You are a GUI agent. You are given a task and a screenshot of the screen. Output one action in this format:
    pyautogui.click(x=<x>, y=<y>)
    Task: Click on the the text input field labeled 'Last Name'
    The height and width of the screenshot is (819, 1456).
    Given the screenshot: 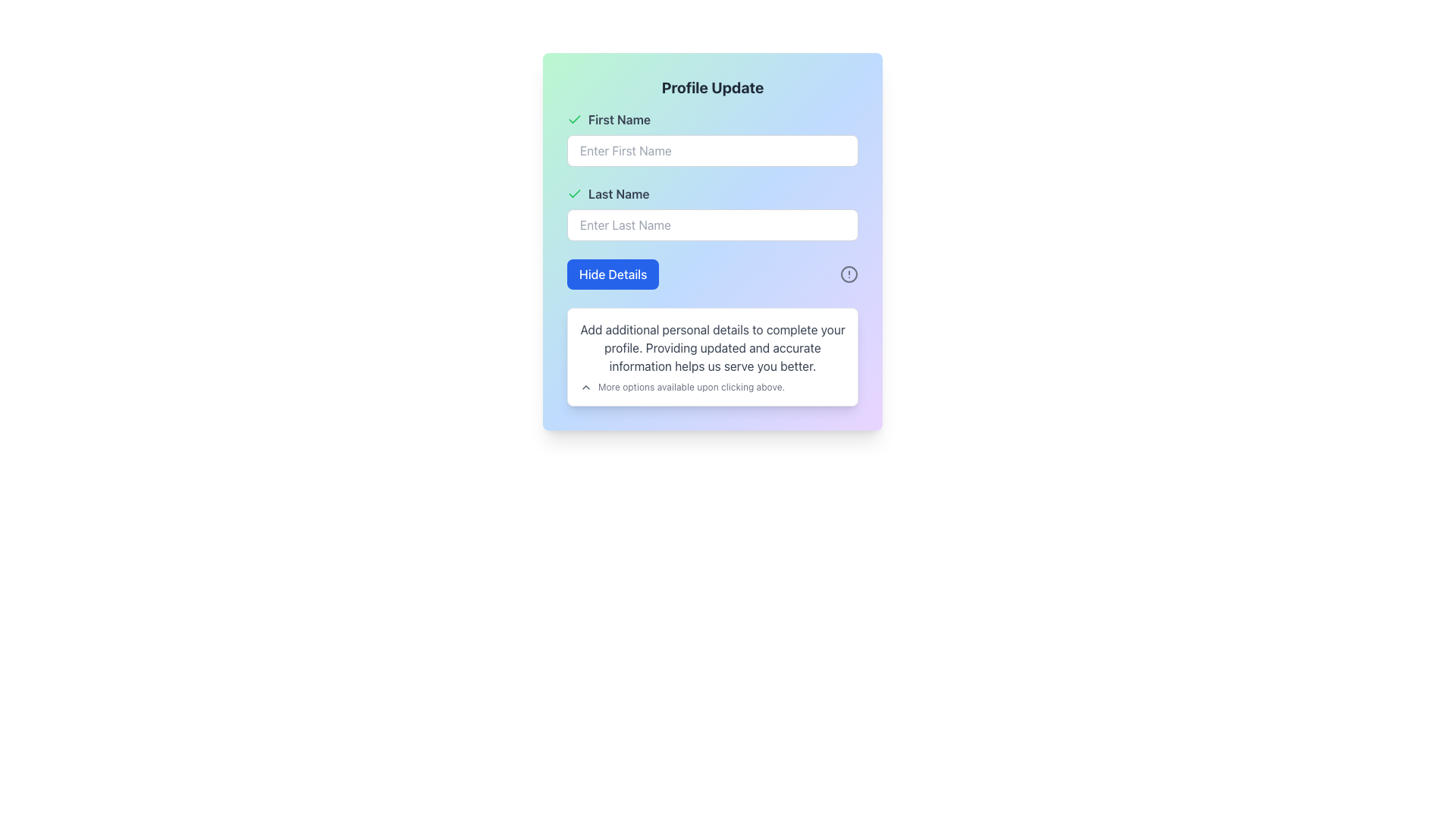 What is the action you would take?
    pyautogui.click(x=712, y=213)
    